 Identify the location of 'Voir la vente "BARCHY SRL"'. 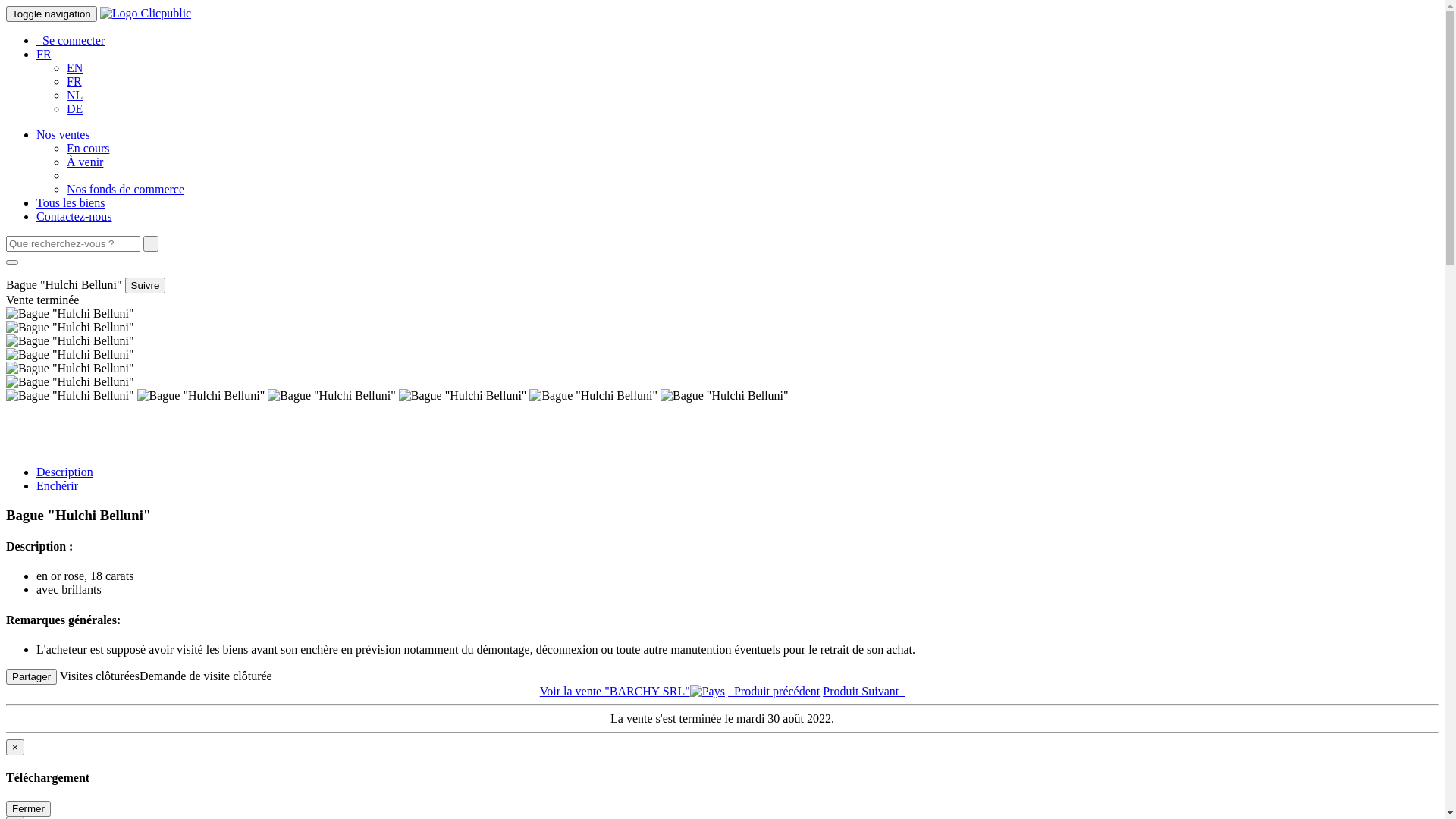
(632, 691).